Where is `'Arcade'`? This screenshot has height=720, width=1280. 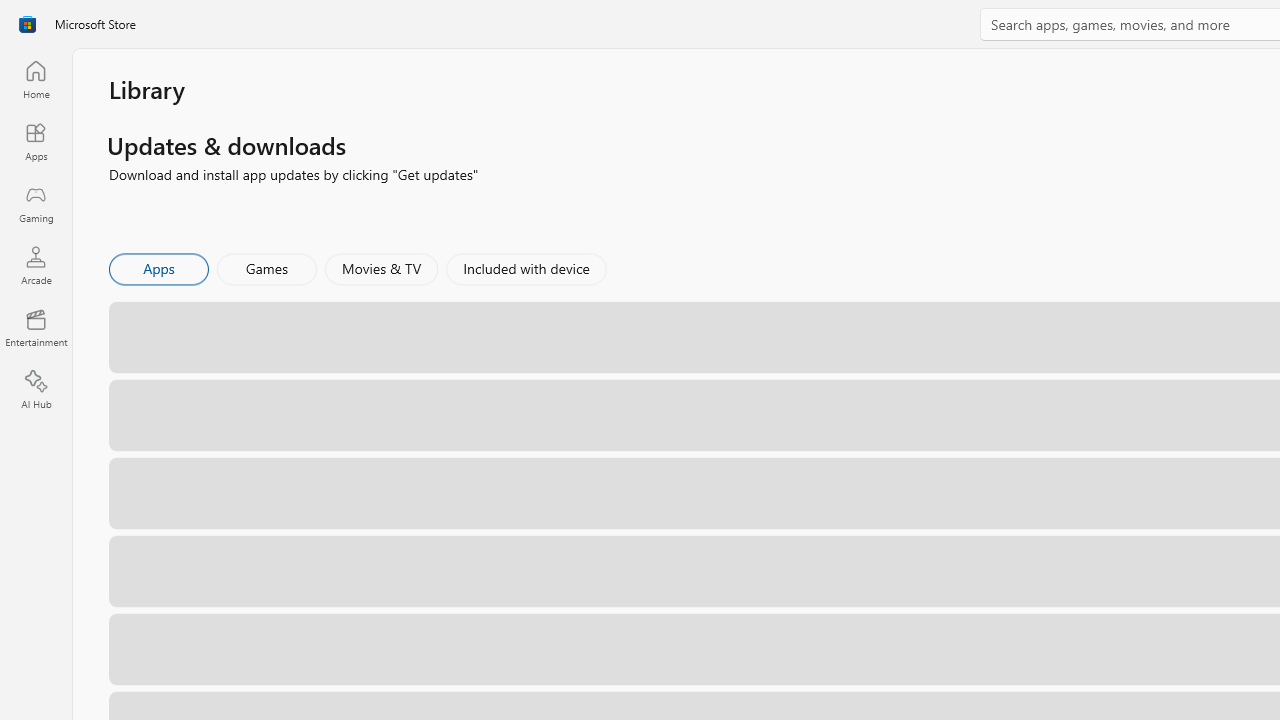
'Arcade' is located at coordinates (35, 264).